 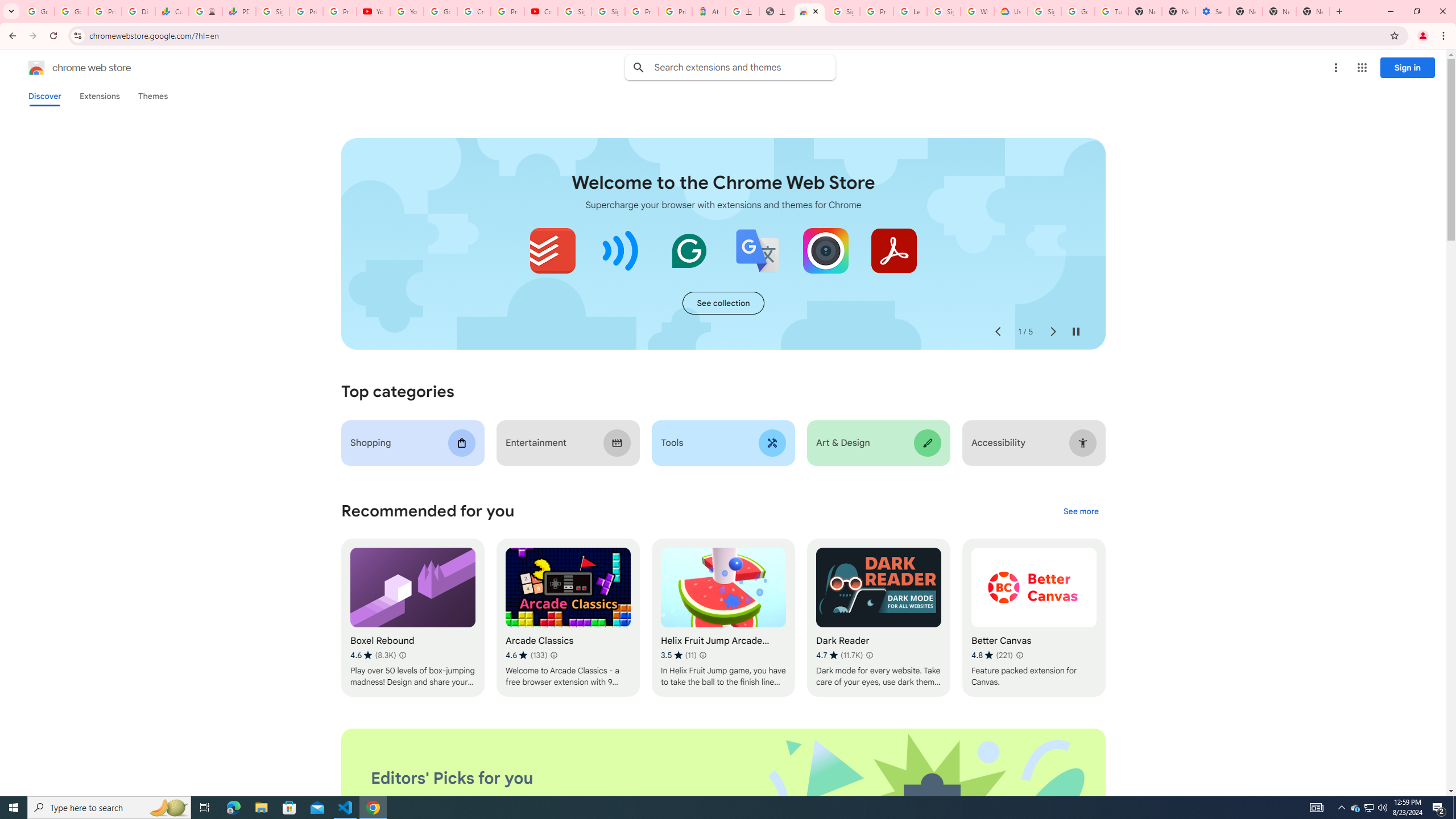 I want to click on 'Themes', so click(x=152, y=96).